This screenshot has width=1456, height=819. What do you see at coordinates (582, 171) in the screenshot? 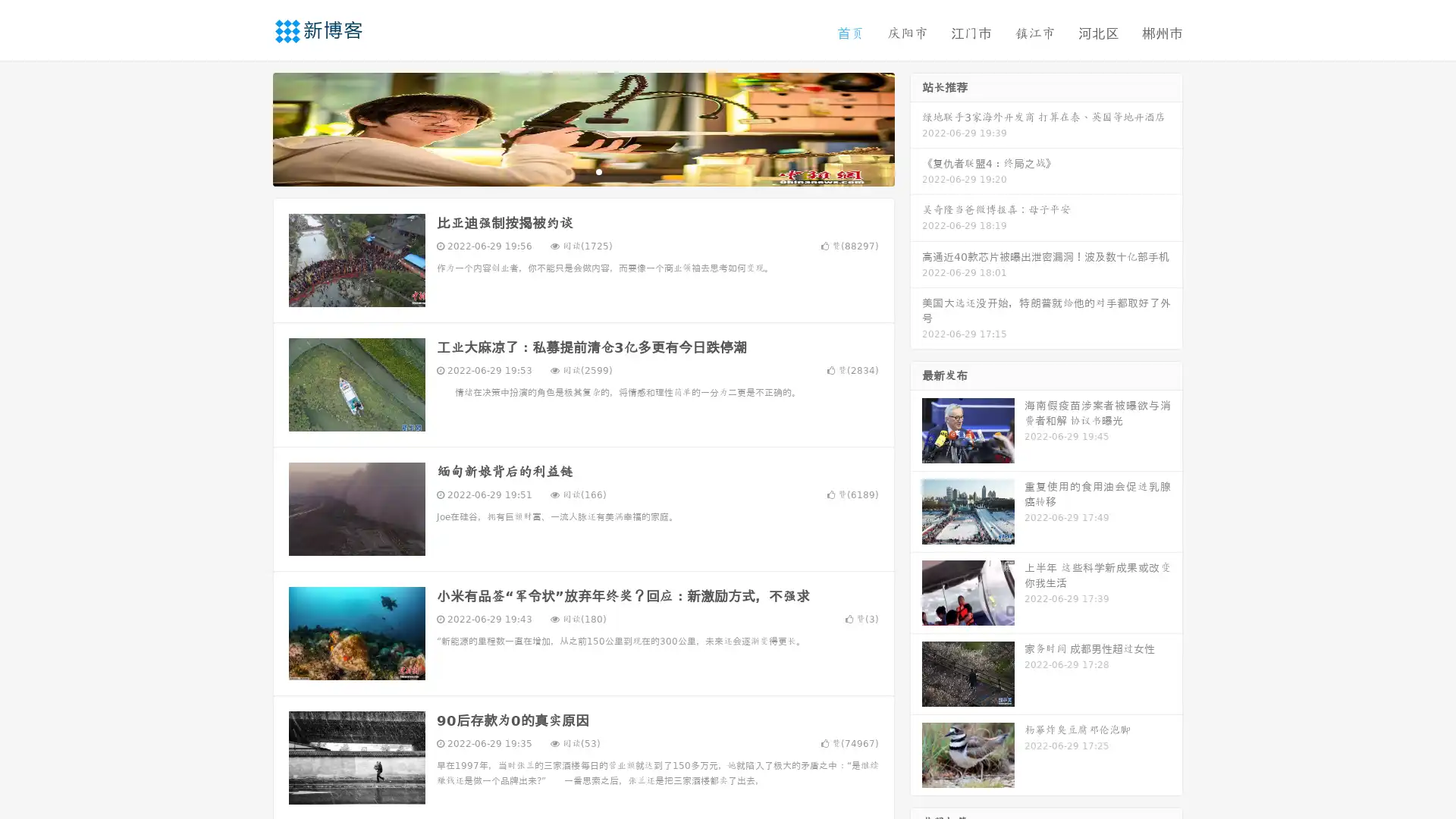
I see `Go to slide 2` at bounding box center [582, 171].